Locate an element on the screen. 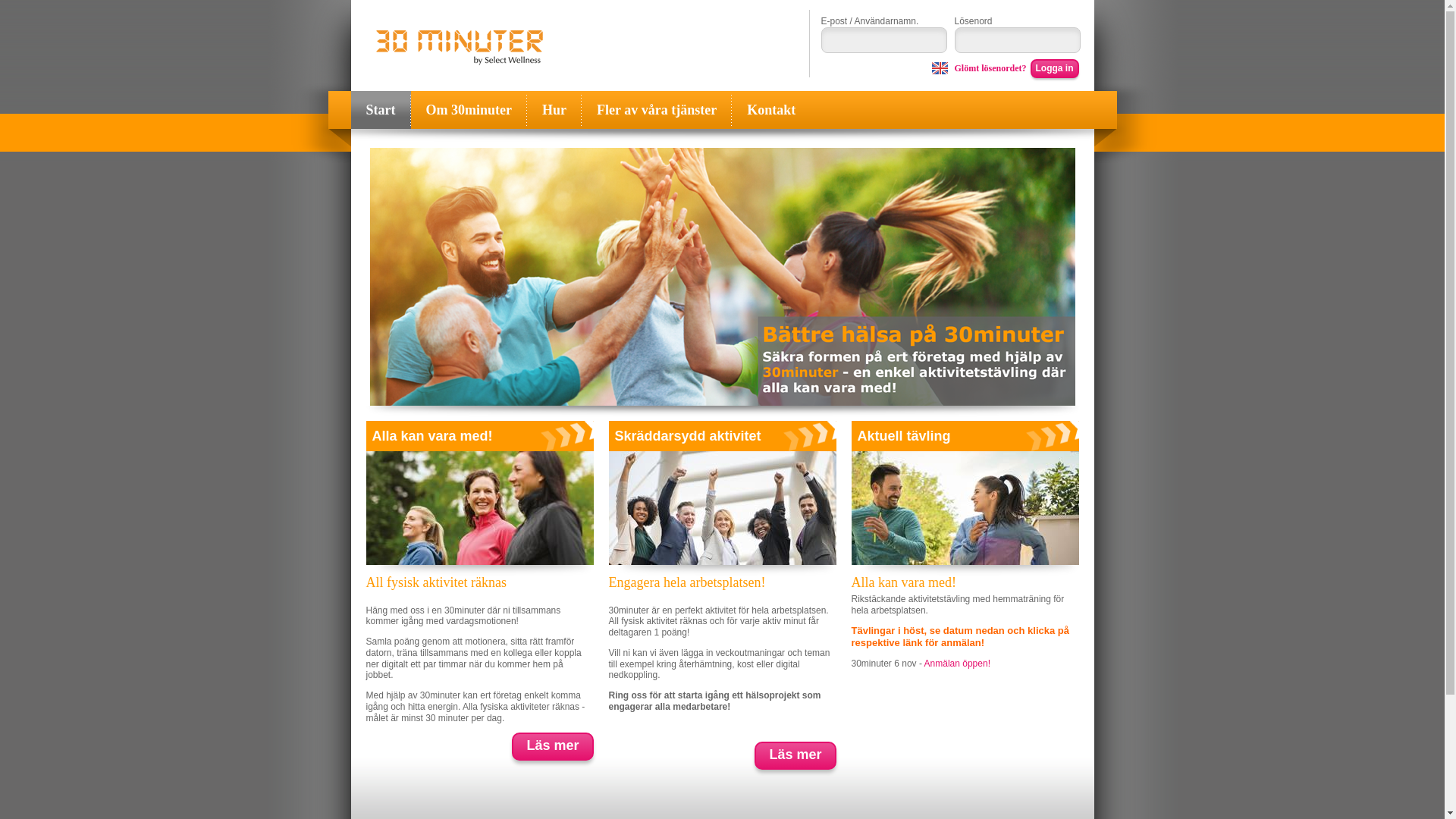  'Kontakt' is located at coordinates (731, 109).